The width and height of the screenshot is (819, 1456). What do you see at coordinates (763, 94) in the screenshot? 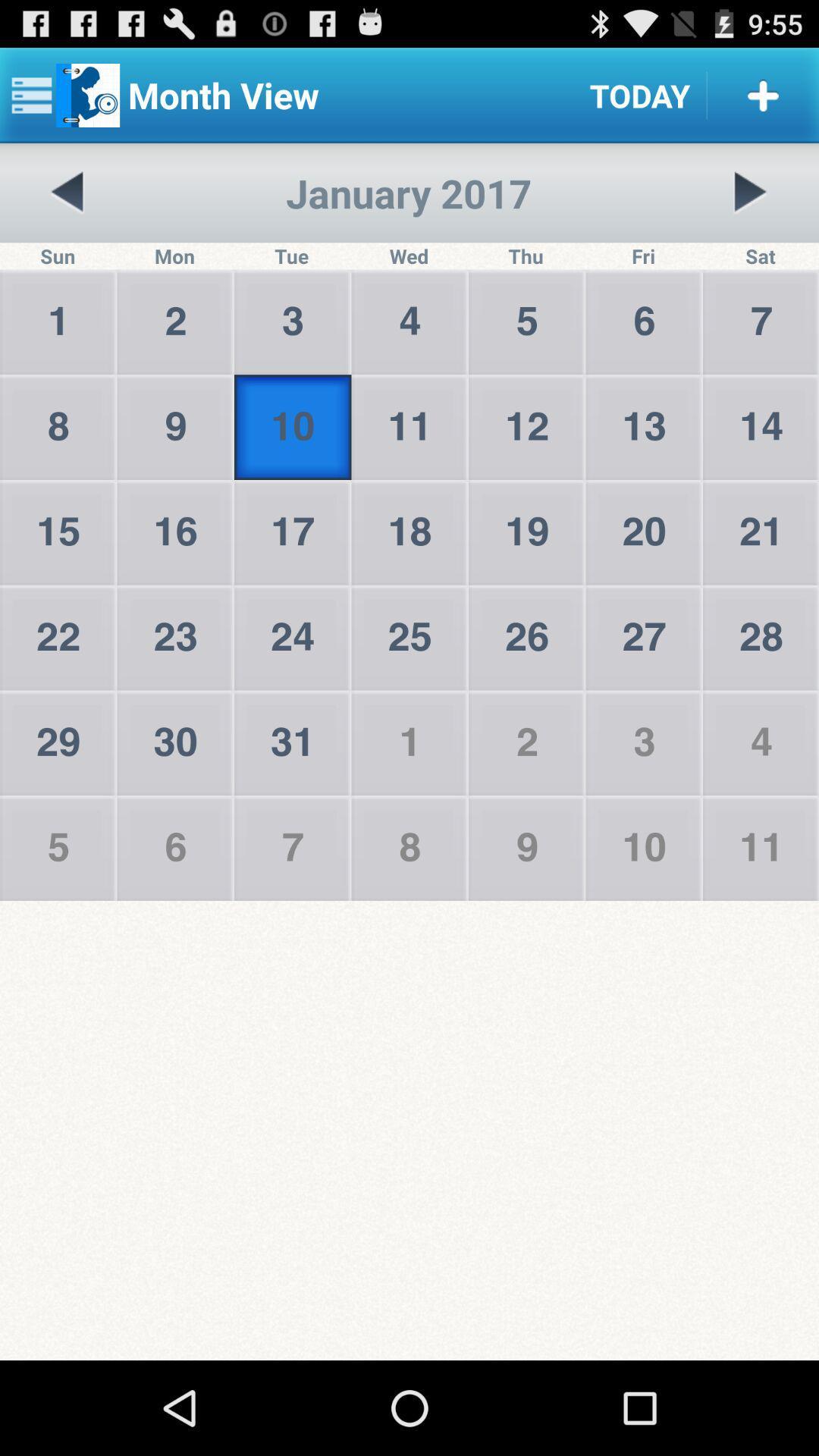
I see `event` at bounding box center [763, 94].